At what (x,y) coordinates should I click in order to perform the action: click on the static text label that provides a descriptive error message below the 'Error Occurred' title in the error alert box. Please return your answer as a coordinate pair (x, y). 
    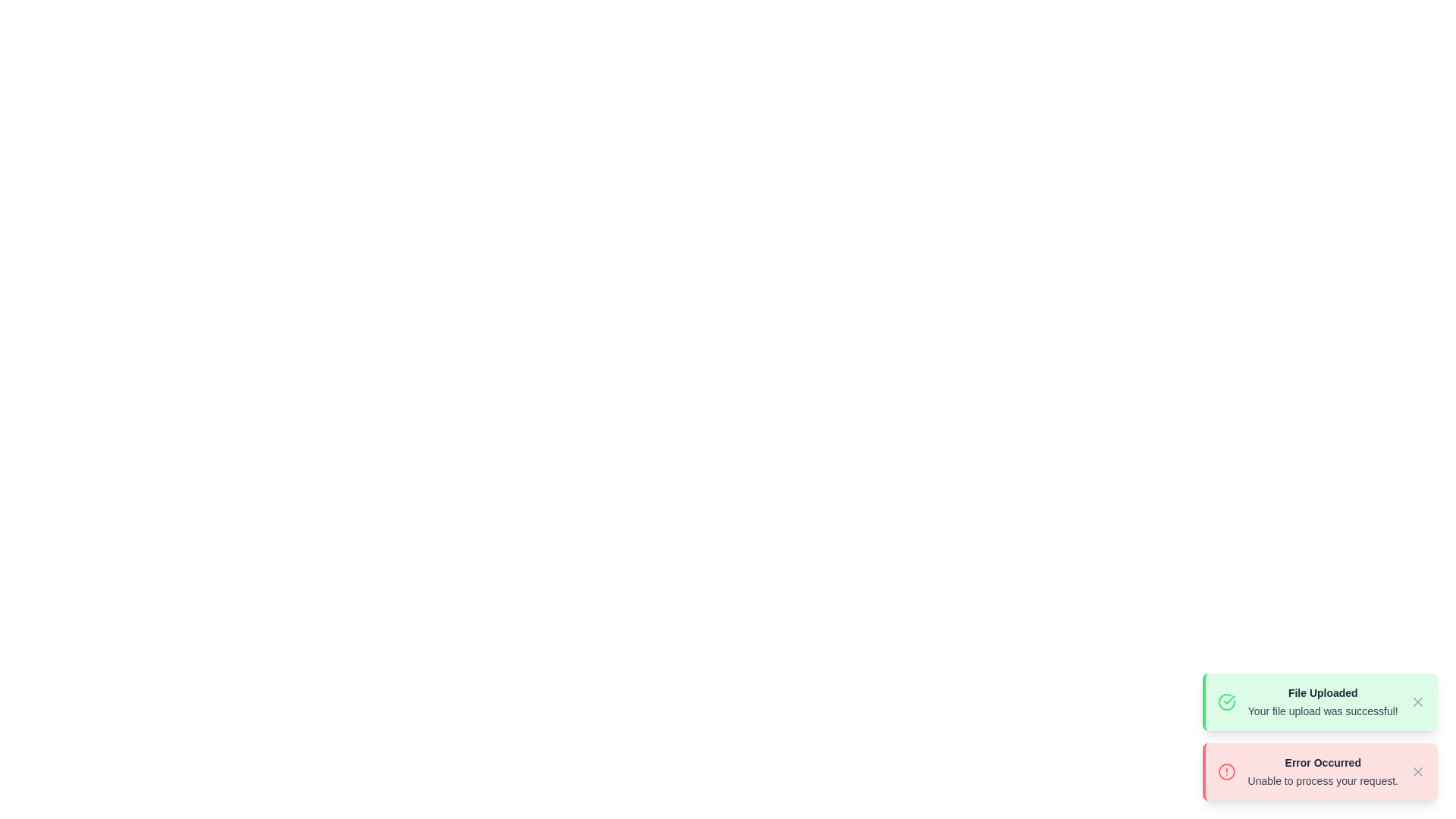
    Looking at the image, I should click on (1322, 780).